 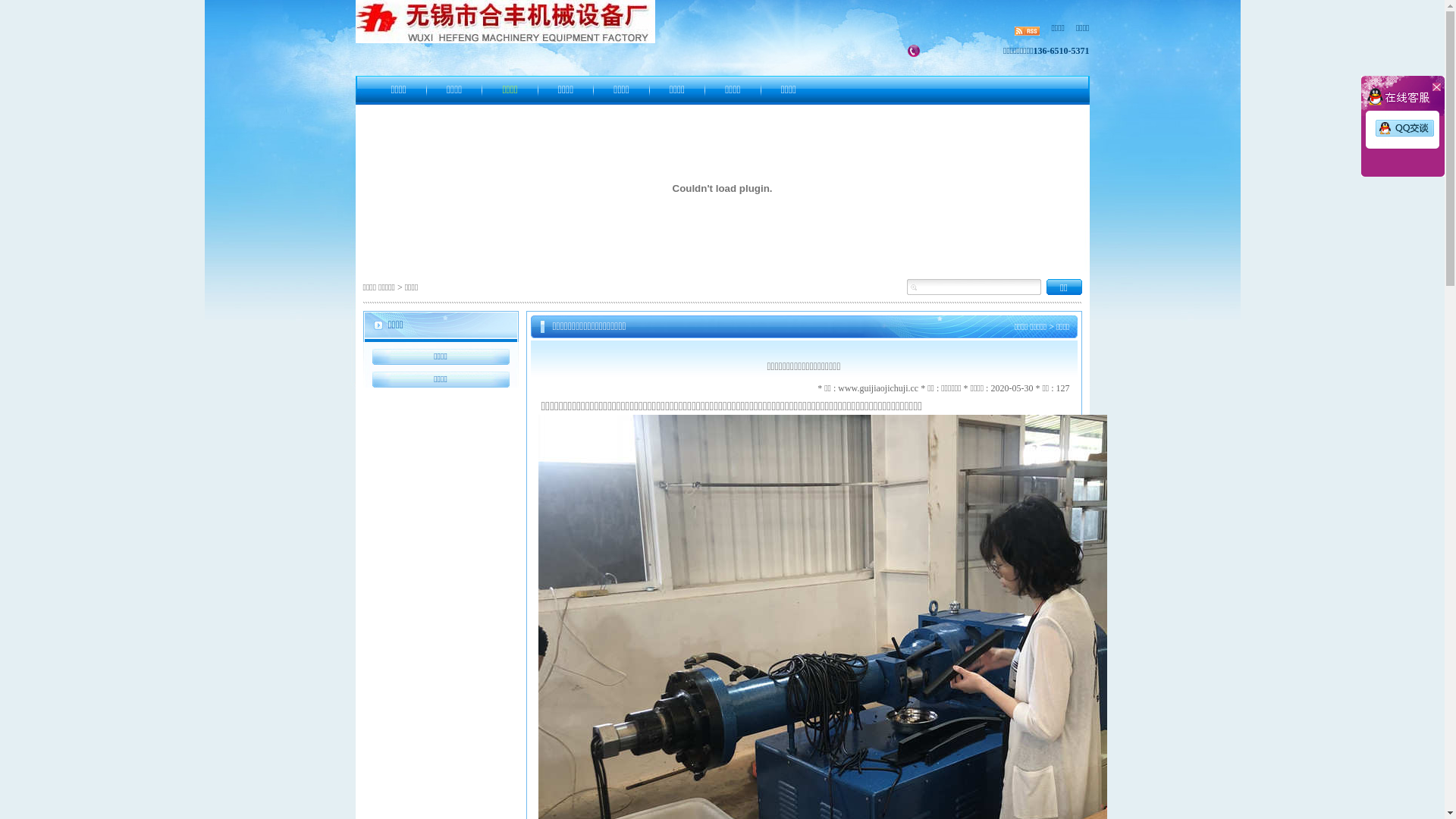 What do you see at coordinates (1434, 84) in the screenshot?
I see `' '` at bounding box center [1434, 84].